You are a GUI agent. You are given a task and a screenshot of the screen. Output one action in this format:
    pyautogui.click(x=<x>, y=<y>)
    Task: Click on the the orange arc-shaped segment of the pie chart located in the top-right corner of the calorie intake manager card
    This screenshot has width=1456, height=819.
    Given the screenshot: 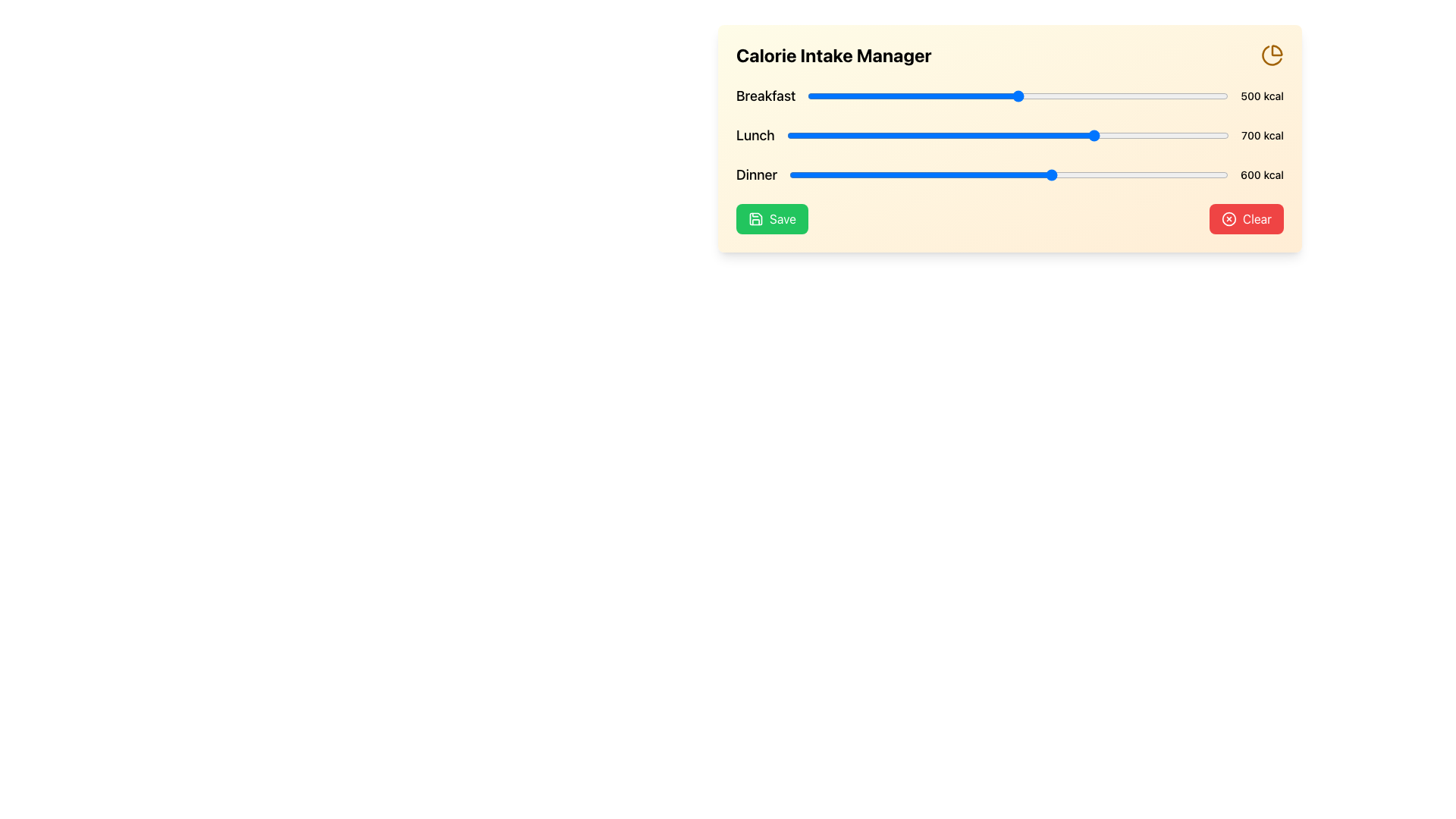 What is the action you would take?
    pyautogui.click(x=1272, y=55)
    